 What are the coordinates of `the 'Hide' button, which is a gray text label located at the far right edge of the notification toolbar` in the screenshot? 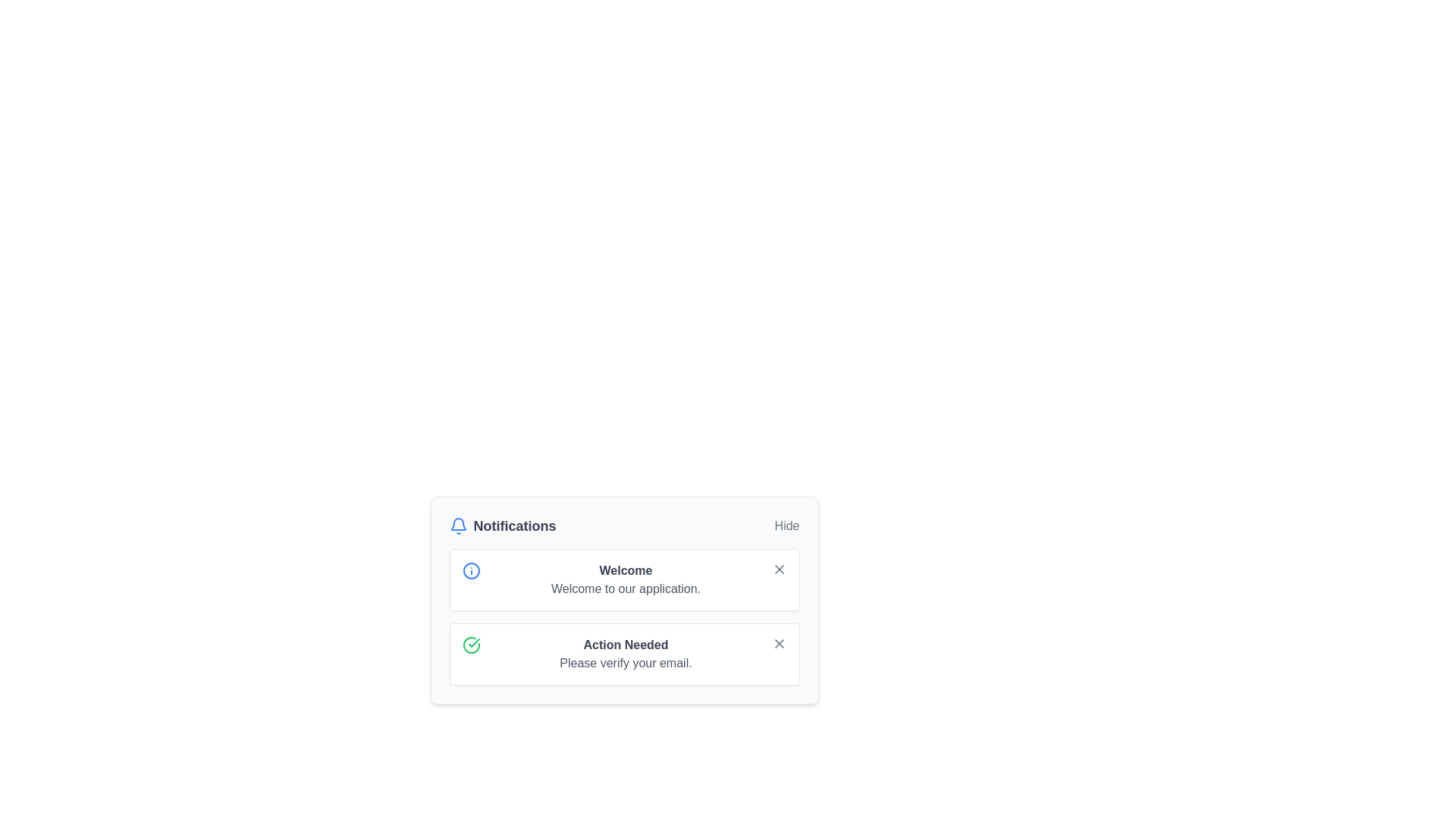 It's located at (787, 526).